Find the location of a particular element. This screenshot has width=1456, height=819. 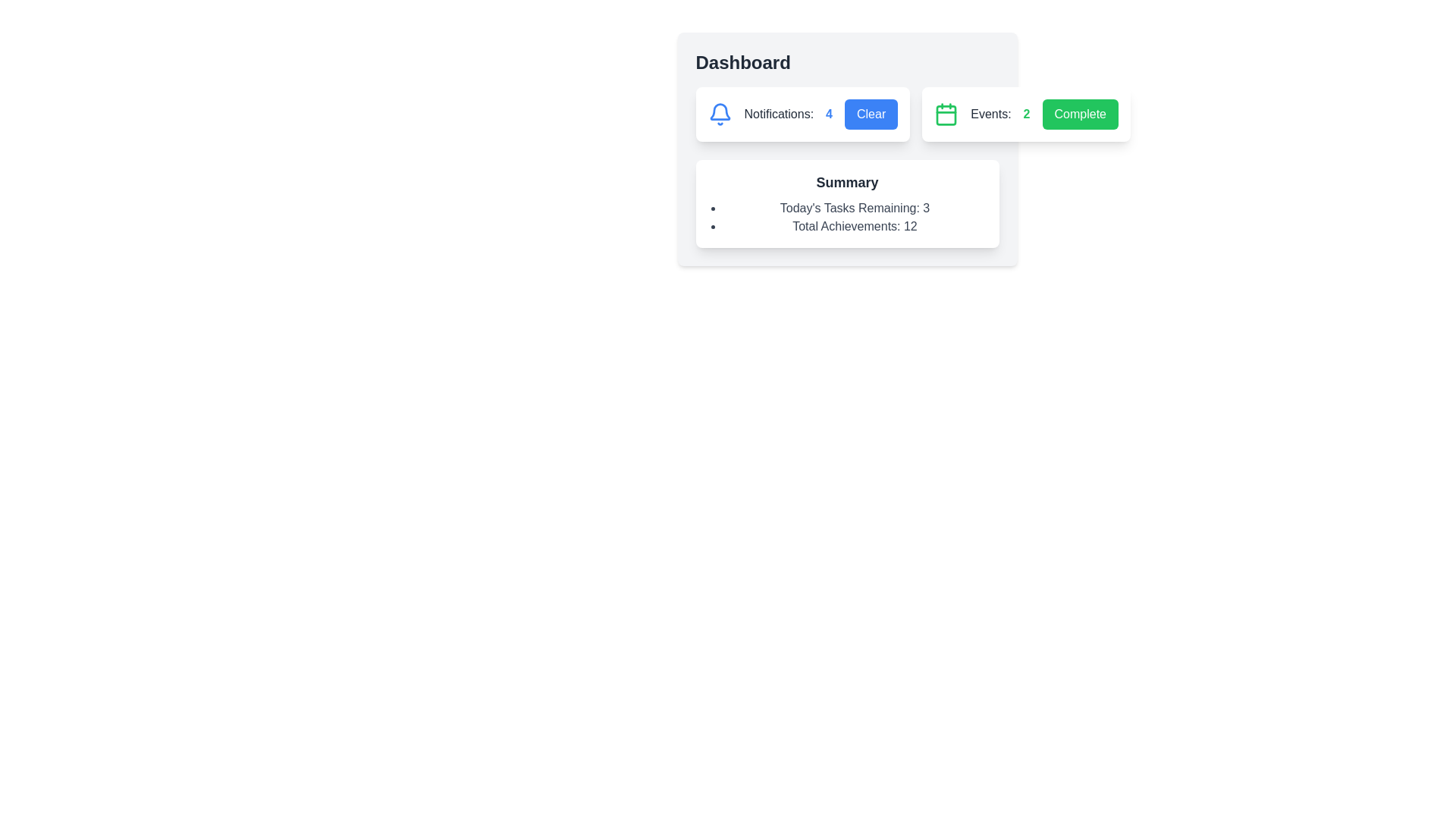

the green calendar icon located to the left of the text 'Events: 2' is located at coordinates (946, 113).